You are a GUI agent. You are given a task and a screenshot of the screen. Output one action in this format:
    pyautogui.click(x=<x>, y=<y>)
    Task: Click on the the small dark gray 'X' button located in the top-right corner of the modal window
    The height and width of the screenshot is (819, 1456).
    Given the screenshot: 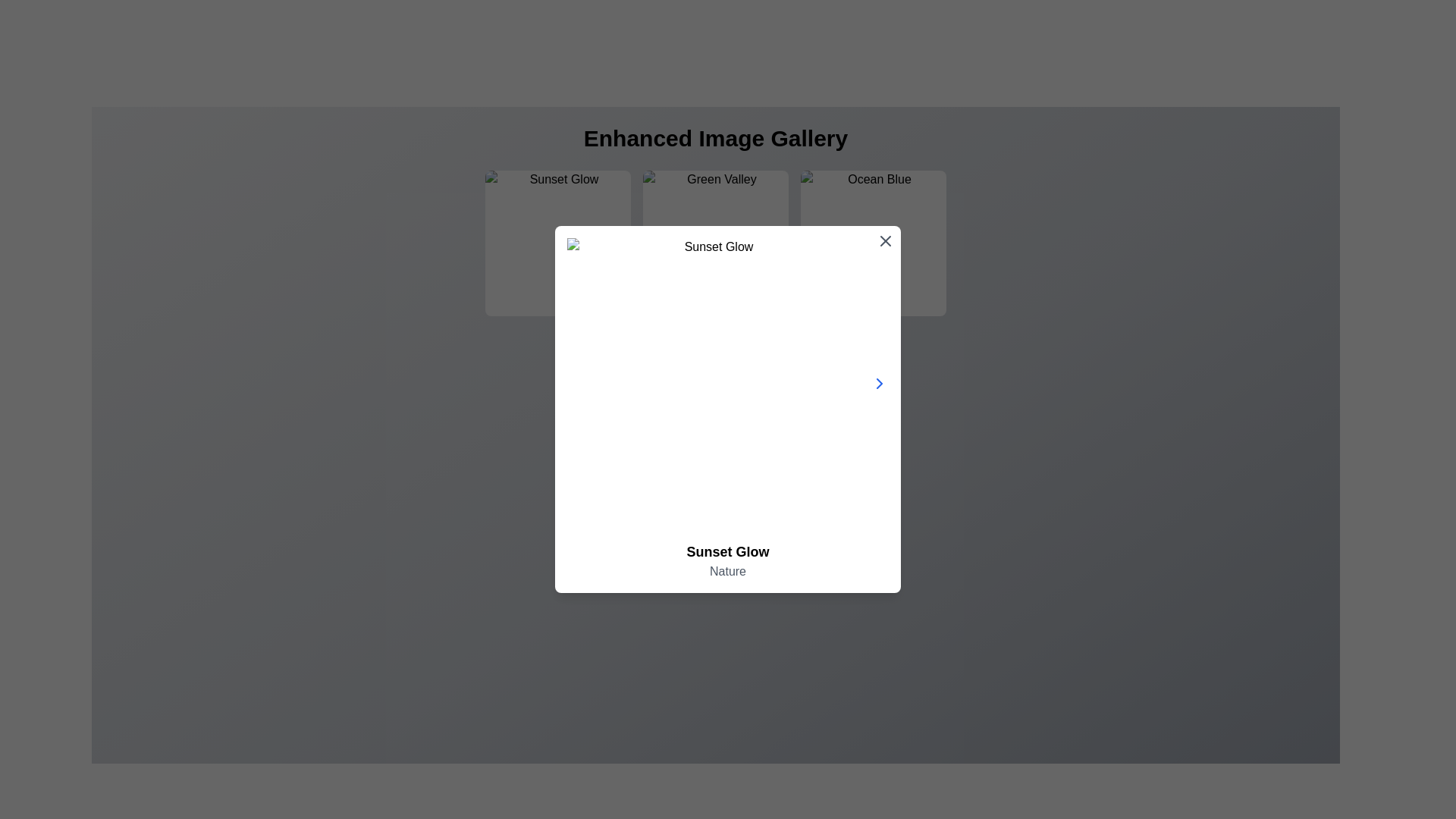 What is the action you would take?
    pyautogui.click(x=885, y=240)
    